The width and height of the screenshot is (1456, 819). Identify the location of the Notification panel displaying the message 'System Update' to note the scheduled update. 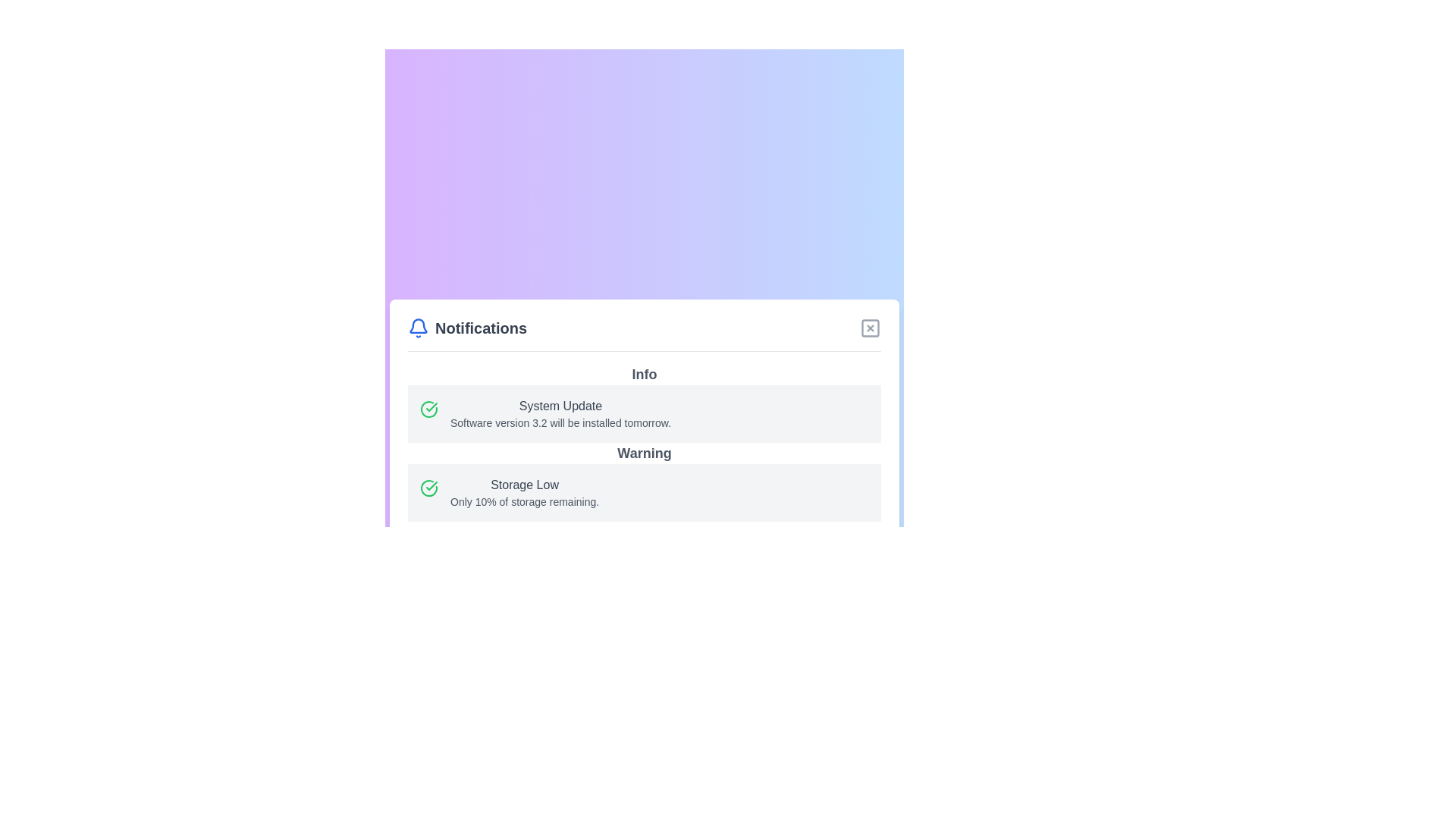
(644, 413).